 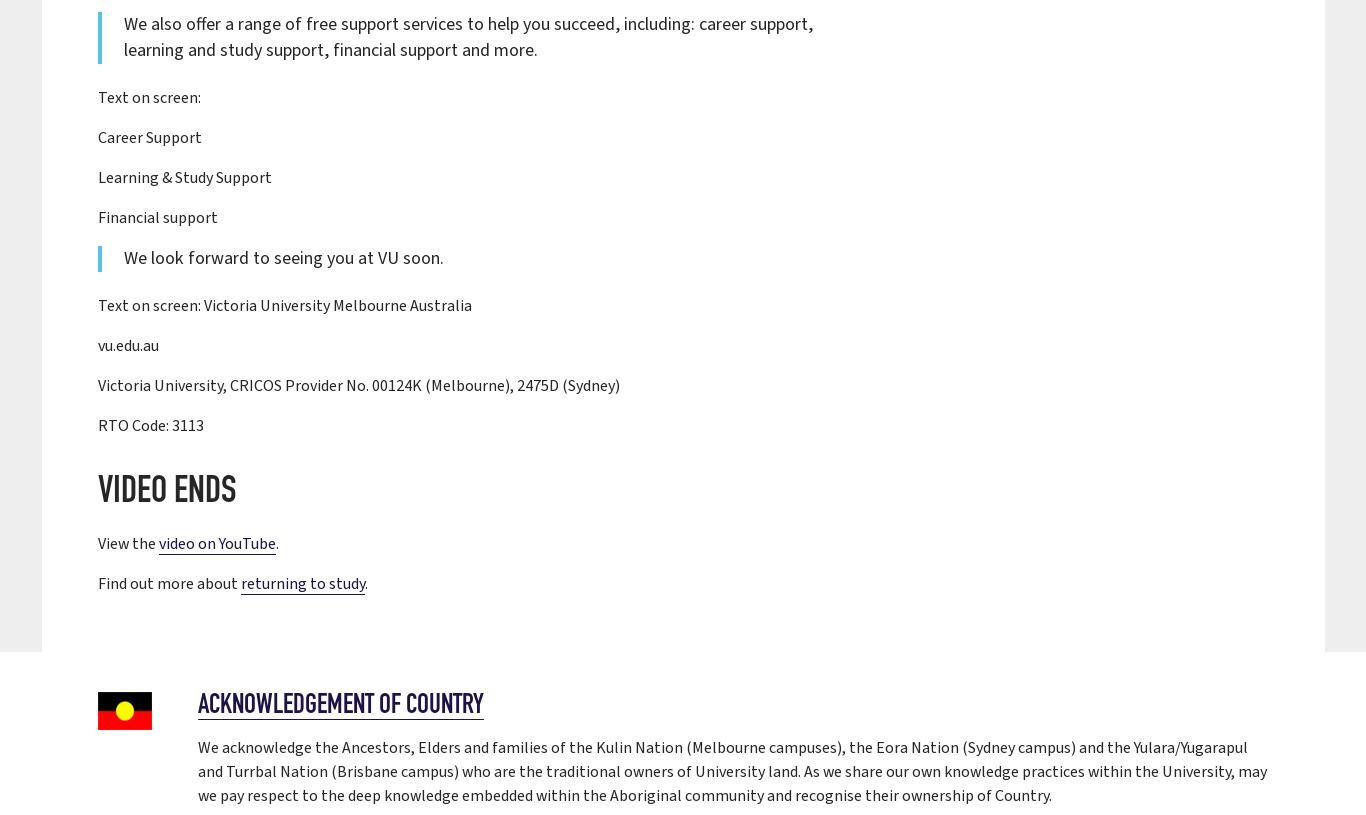 What do you see at coordinates (97, 344) in the screenshot?
I see `'vu.edu.au'` at bounding box center [97, 344].